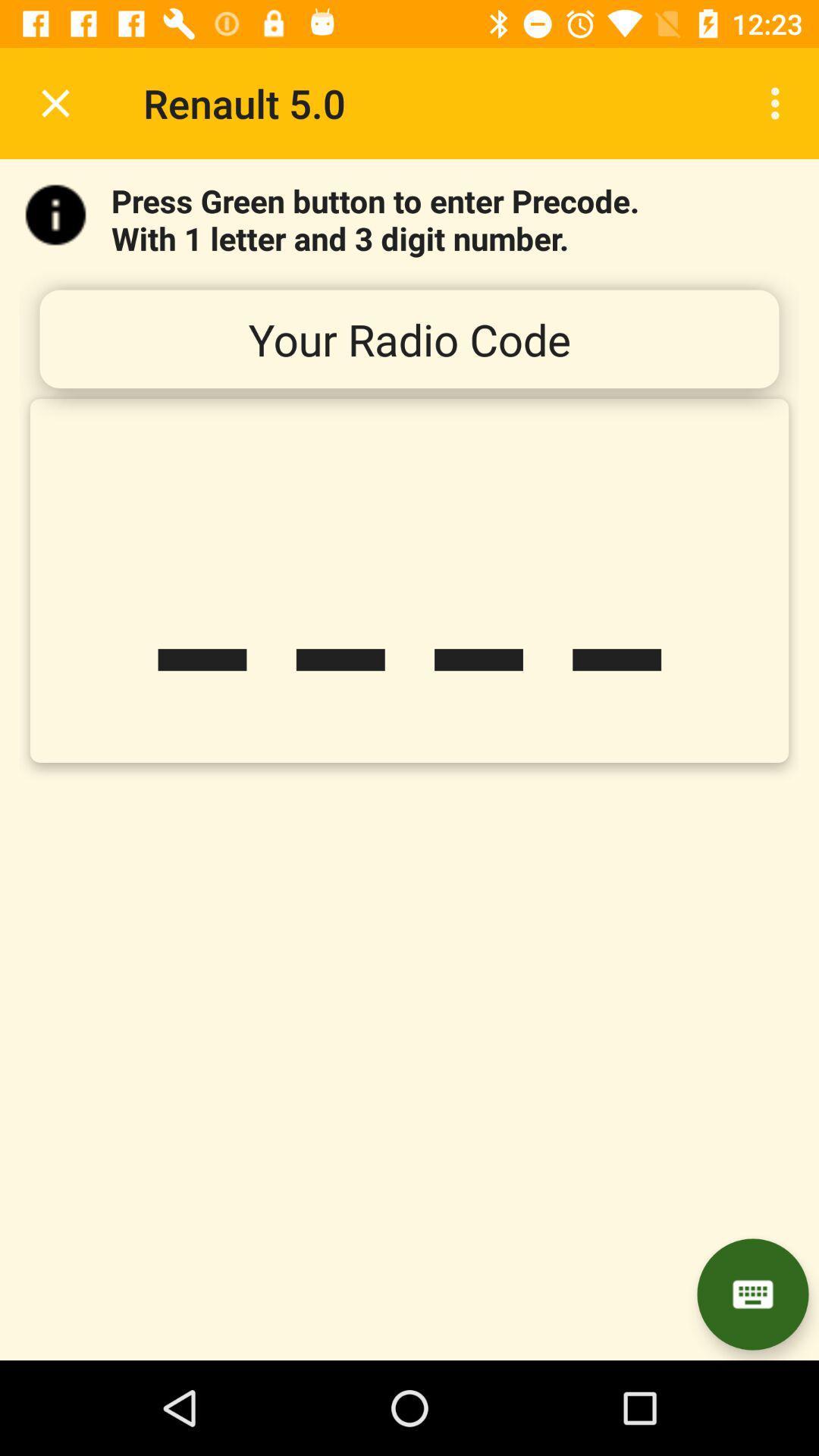 The image size is (819, 1456). I want to click on item below the _ _ _ item, so click(752, 1294).